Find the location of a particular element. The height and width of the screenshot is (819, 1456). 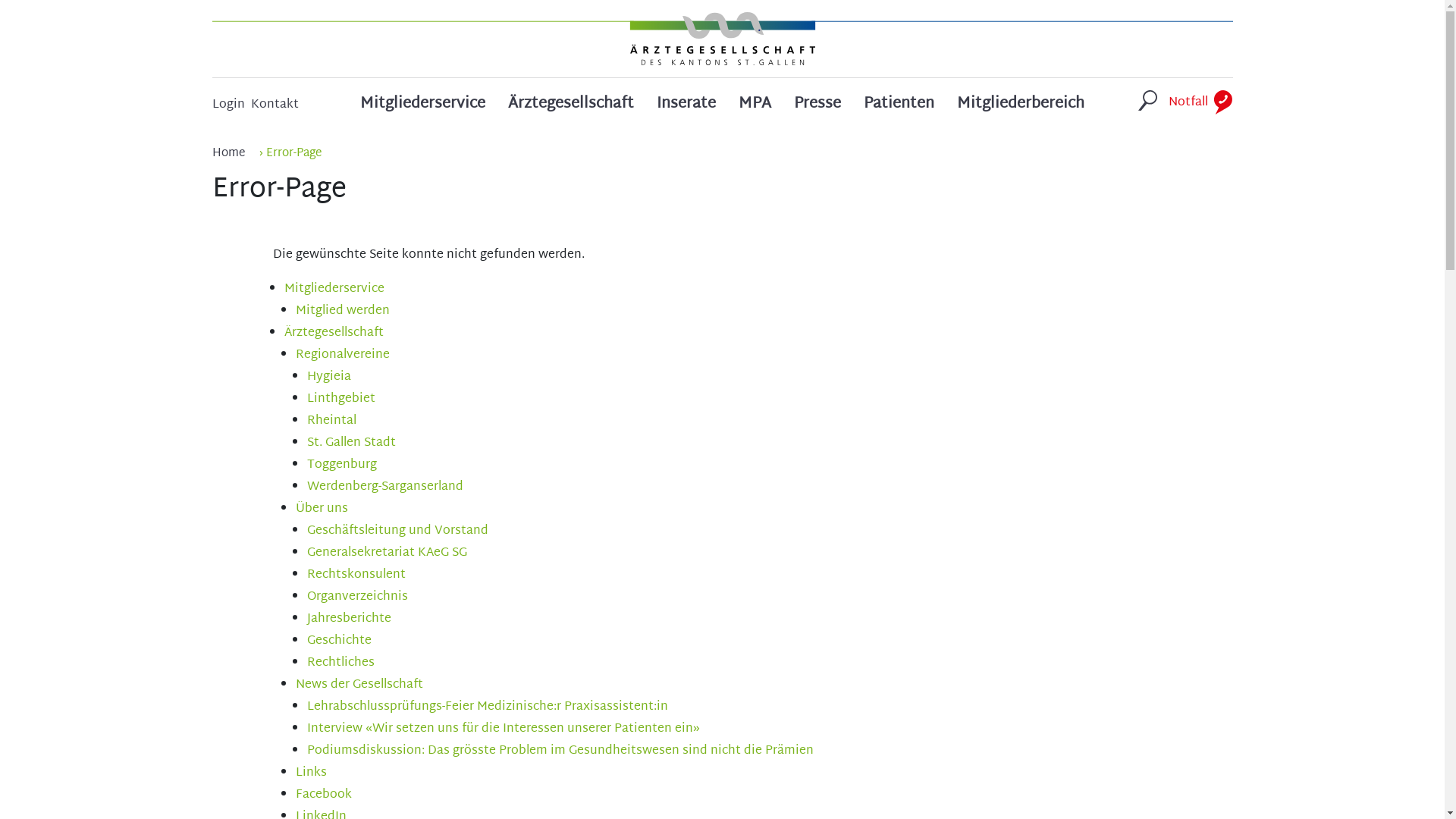

'MPA' is located at coordinates (755, 108).